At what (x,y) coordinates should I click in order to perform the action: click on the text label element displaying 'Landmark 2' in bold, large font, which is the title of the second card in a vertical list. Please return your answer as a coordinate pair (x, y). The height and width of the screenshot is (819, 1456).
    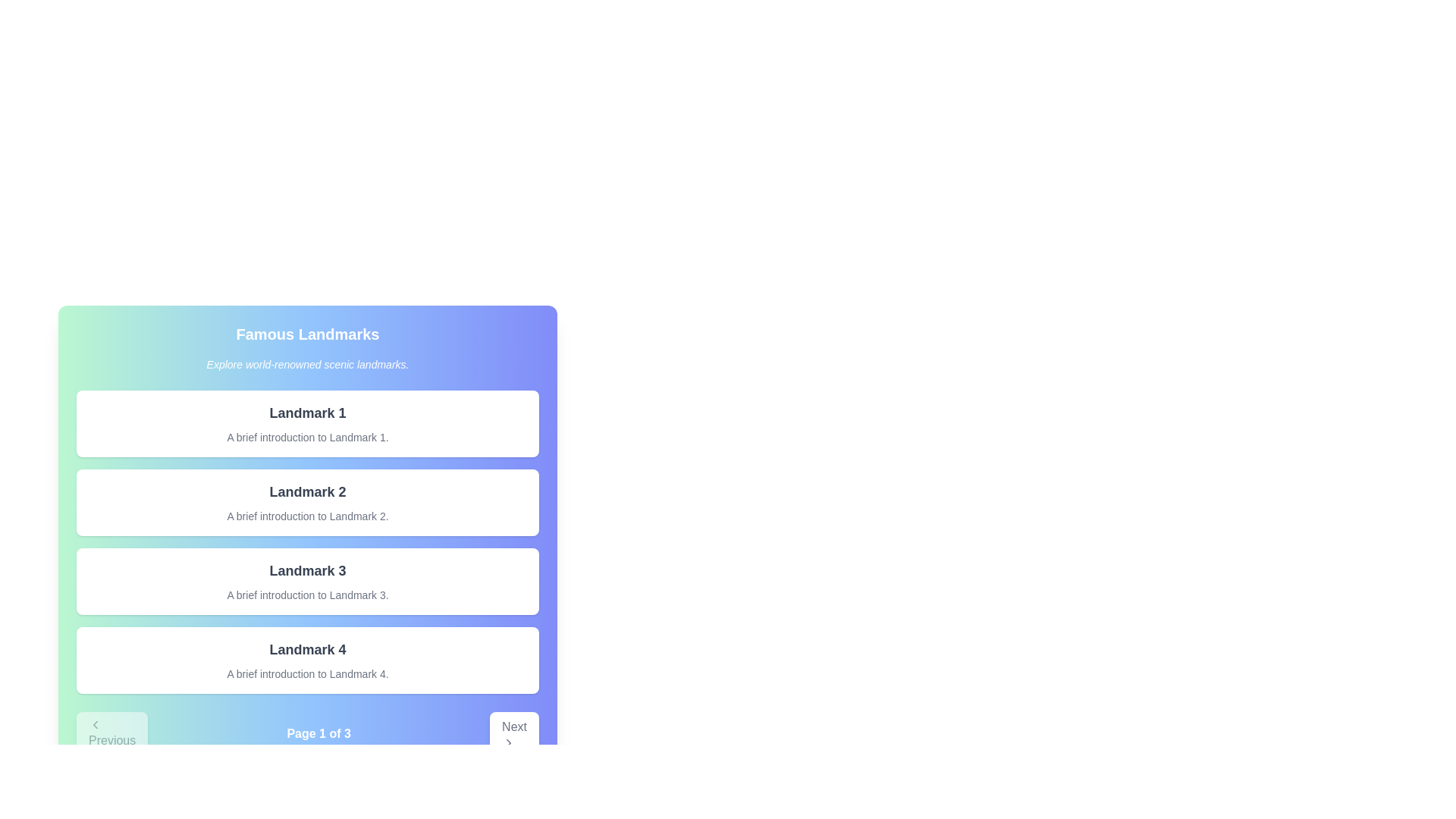
    Looking at the image, I should click on (307, 491).